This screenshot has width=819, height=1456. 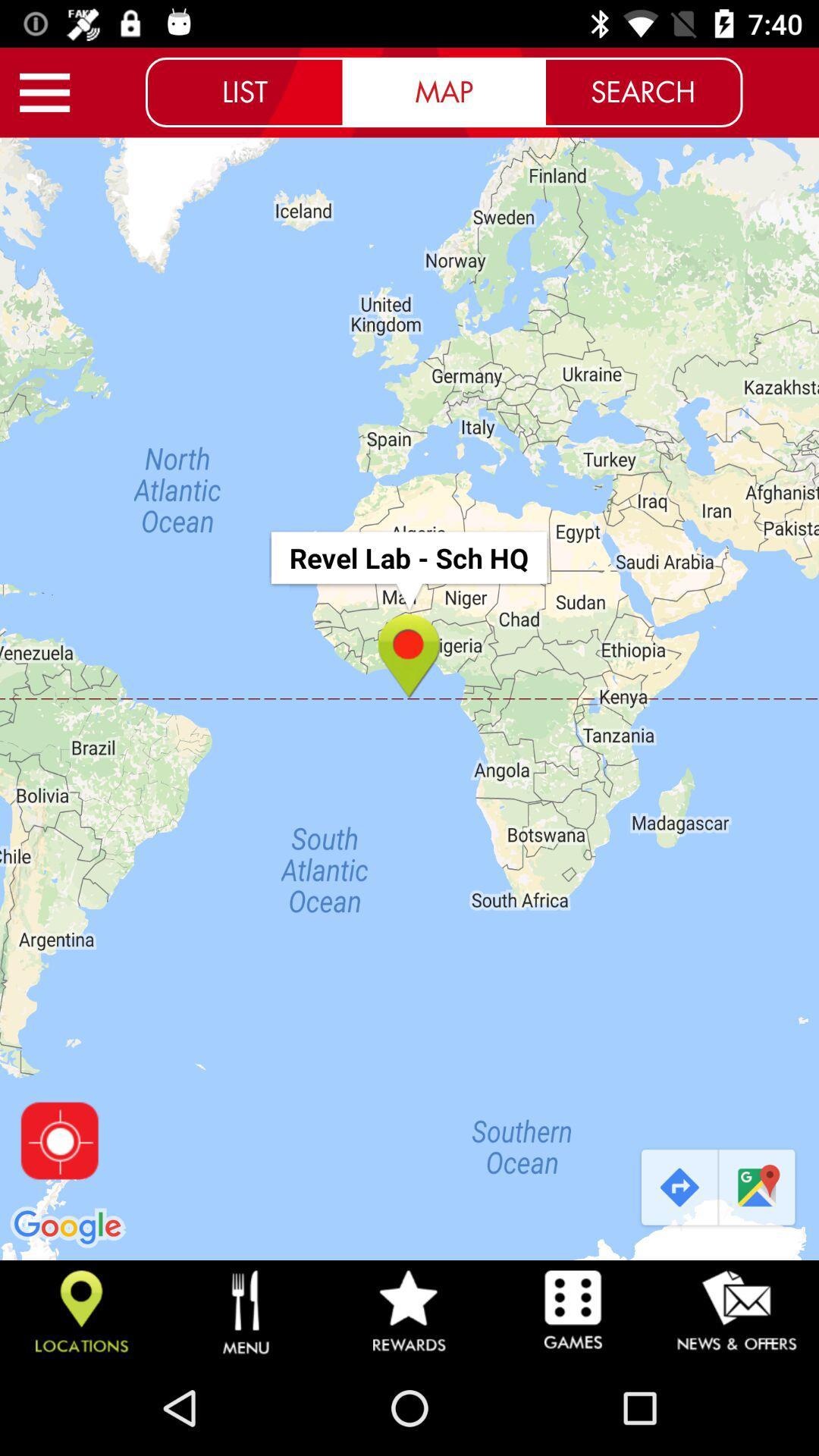 What do you see at coordinates (44, 92) in the screenshot?
I see `the icon to the left of the list icon` at bounding box center [44, 92].